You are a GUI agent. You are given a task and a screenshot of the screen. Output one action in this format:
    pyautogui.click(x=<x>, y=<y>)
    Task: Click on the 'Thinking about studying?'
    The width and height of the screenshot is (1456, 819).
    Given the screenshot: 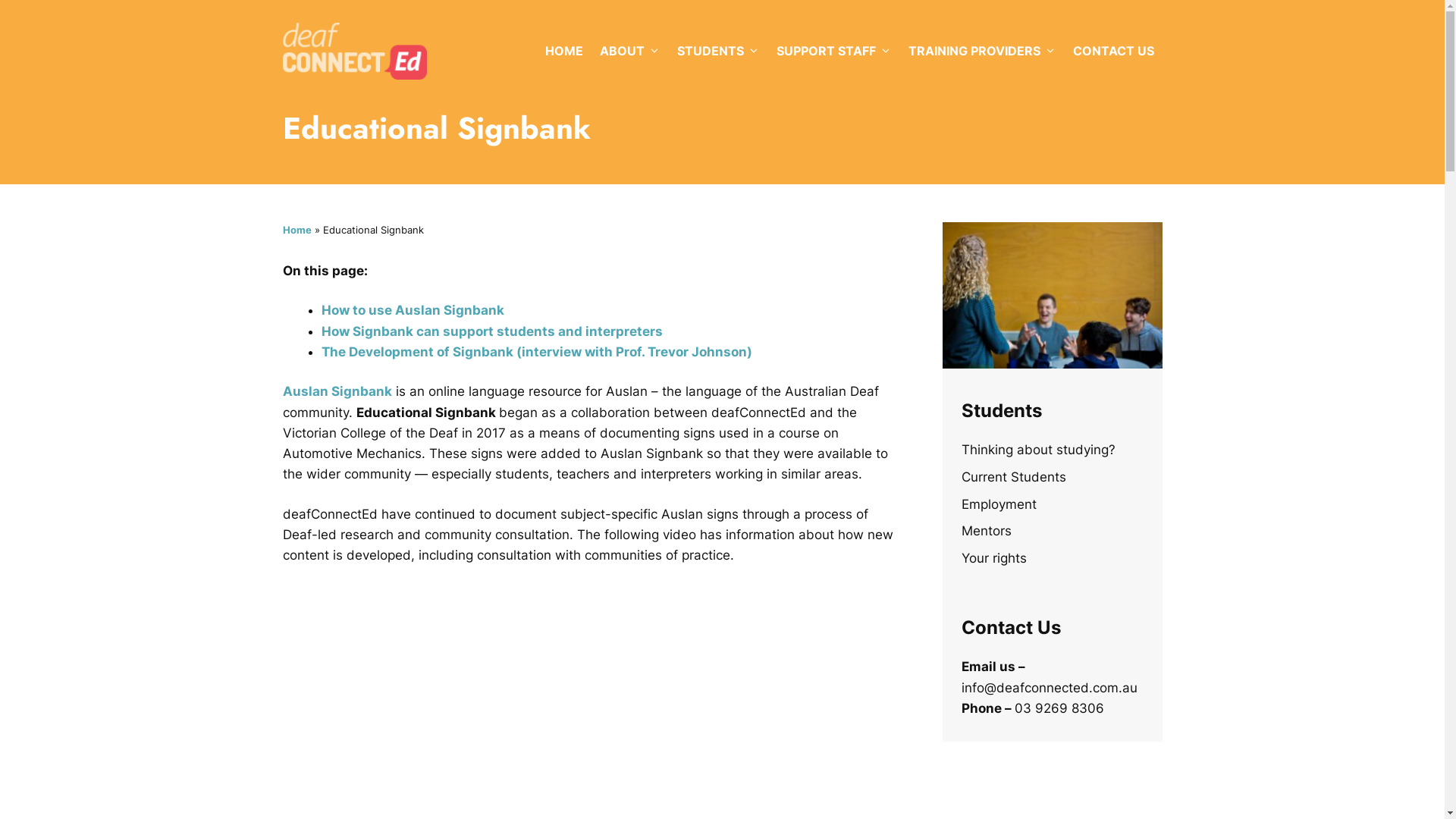 What is the action you would take?
    pyautogui.click(x=1037, y=449)
    